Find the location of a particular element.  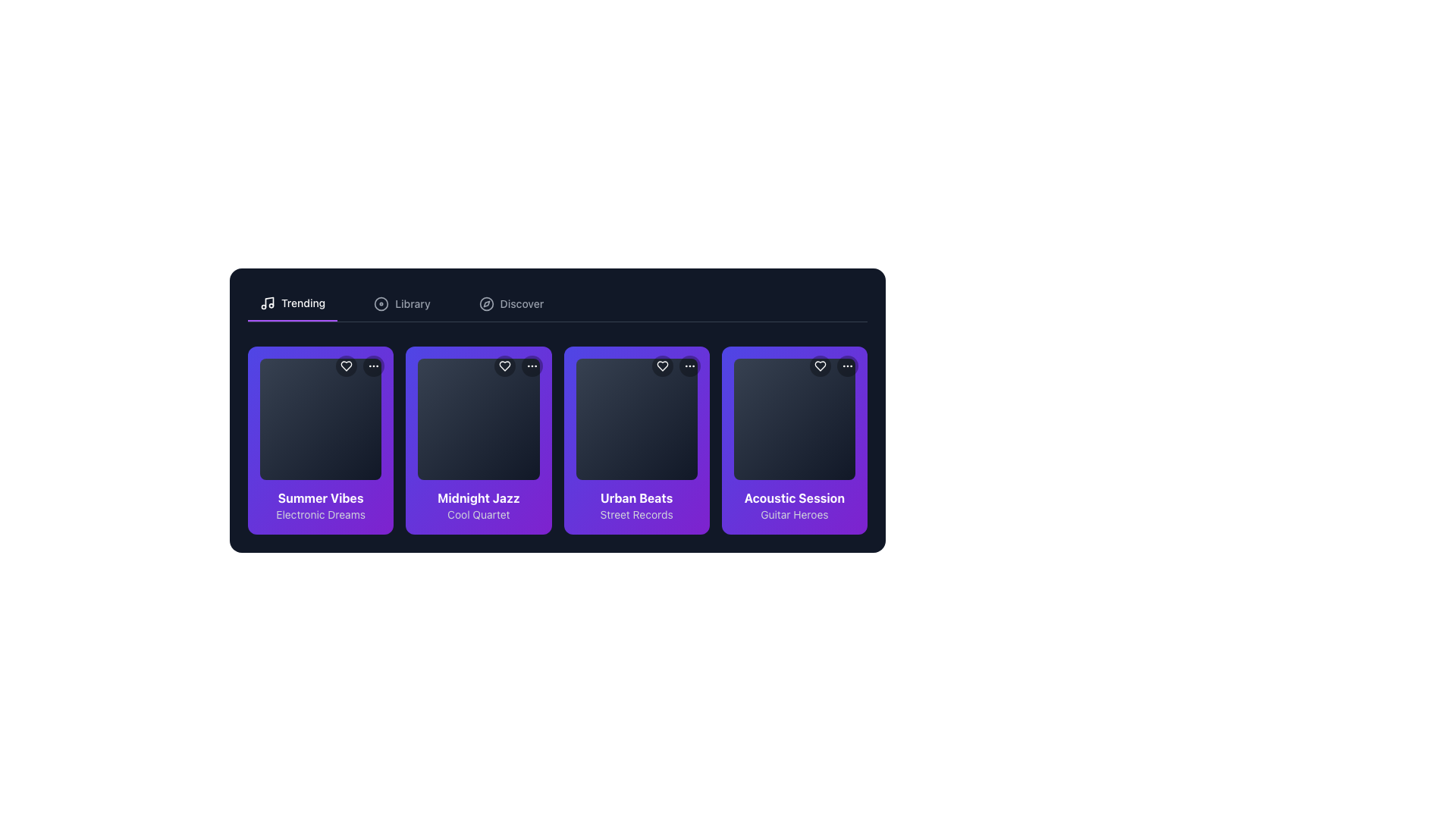

the text display element that shows 'Urban Beats' in bold white text and 'Street Records' in smaller gray text, located in the third card of a horizontal scrollable section is located at coordinates (636, 506).